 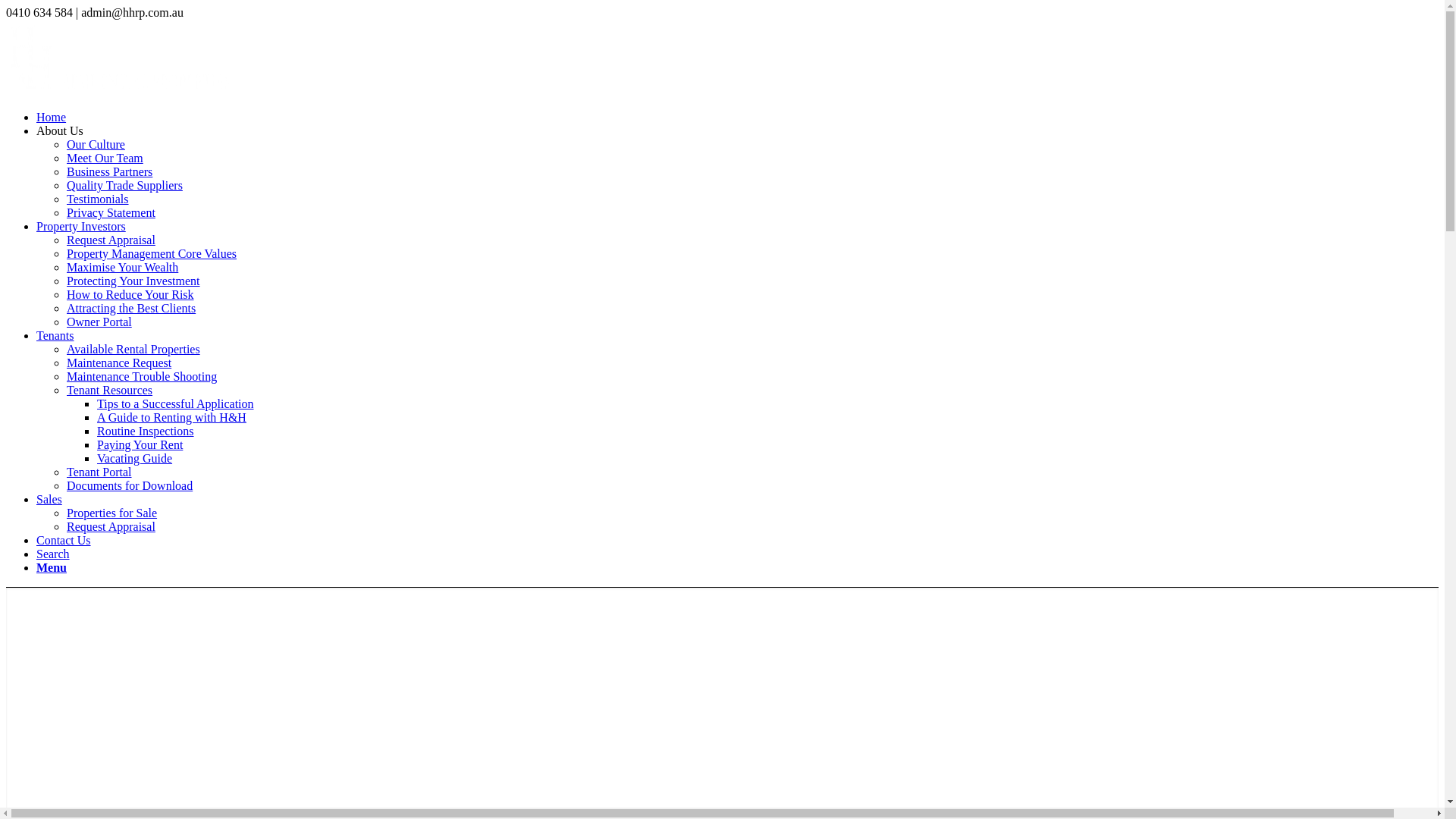 What do you see at coordinates (59, 130) in the screenshot?
I see `'About Us'` at bounding box center [59, 130].